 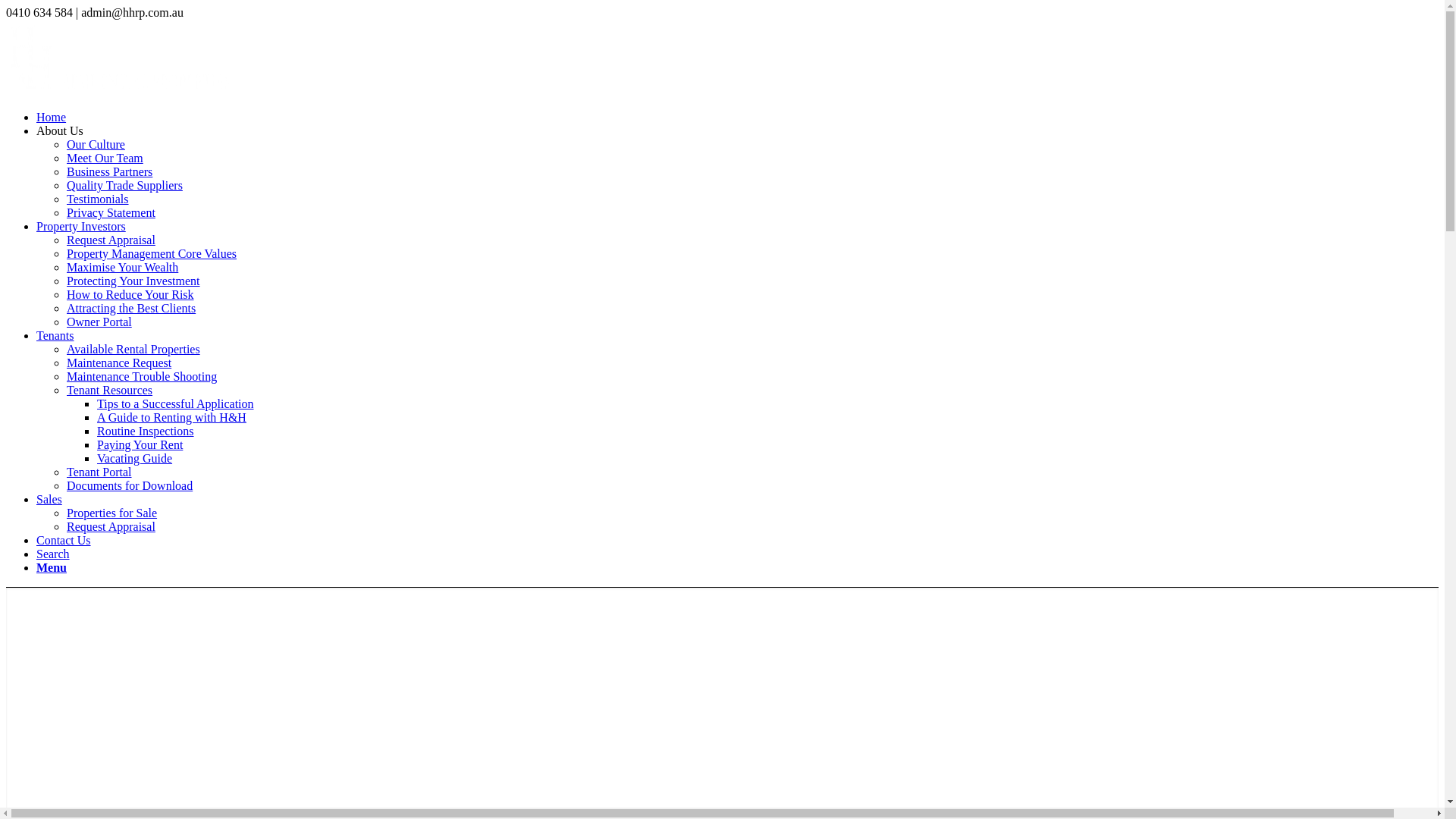 What do you see at coordinates (59, 130) in the screenshot?
I see `'About Us'` at bounding box center [59, 130].